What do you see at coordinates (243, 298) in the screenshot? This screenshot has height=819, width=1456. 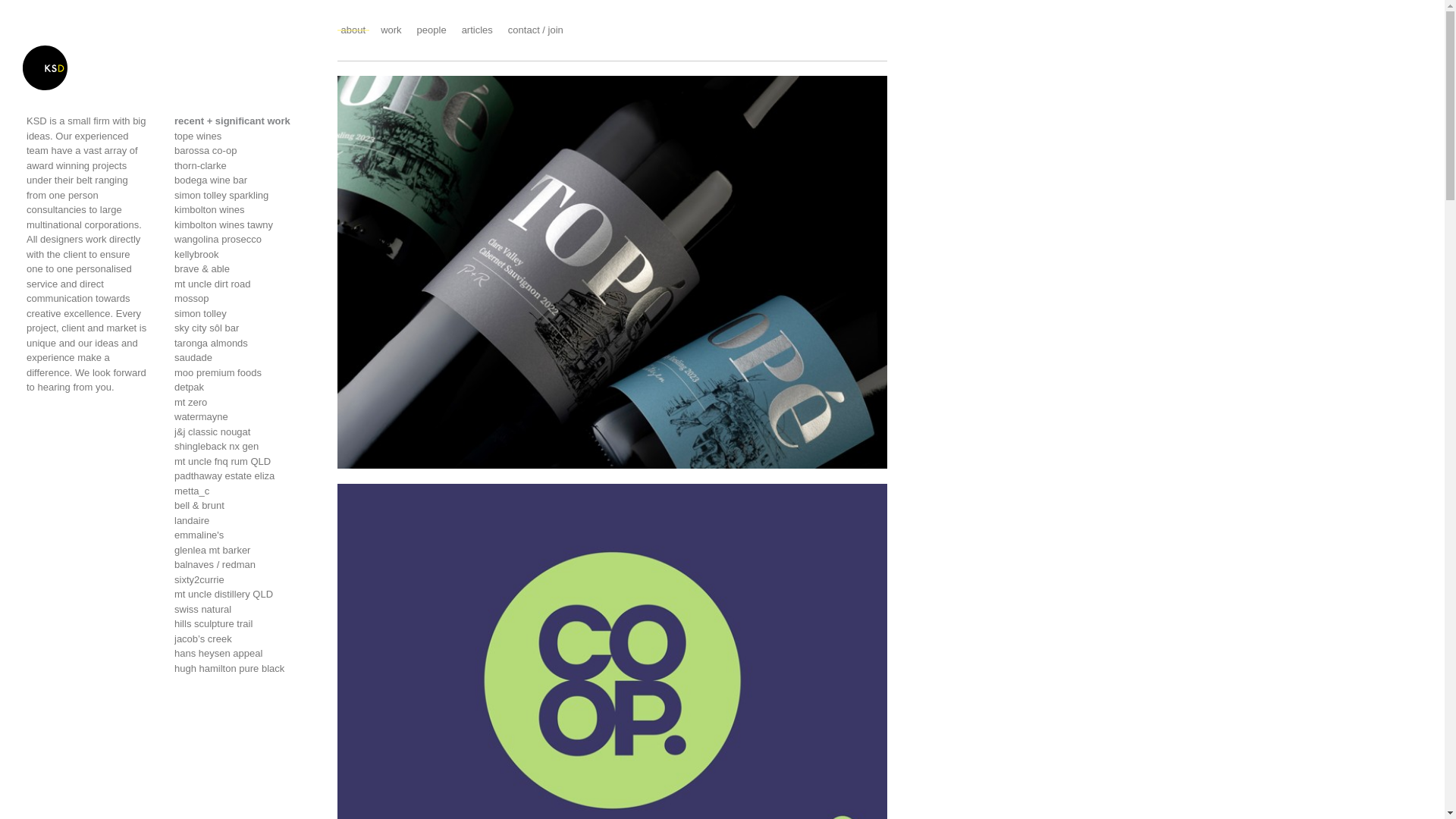 I see `'mossop'` at bounding box center [243, 298].